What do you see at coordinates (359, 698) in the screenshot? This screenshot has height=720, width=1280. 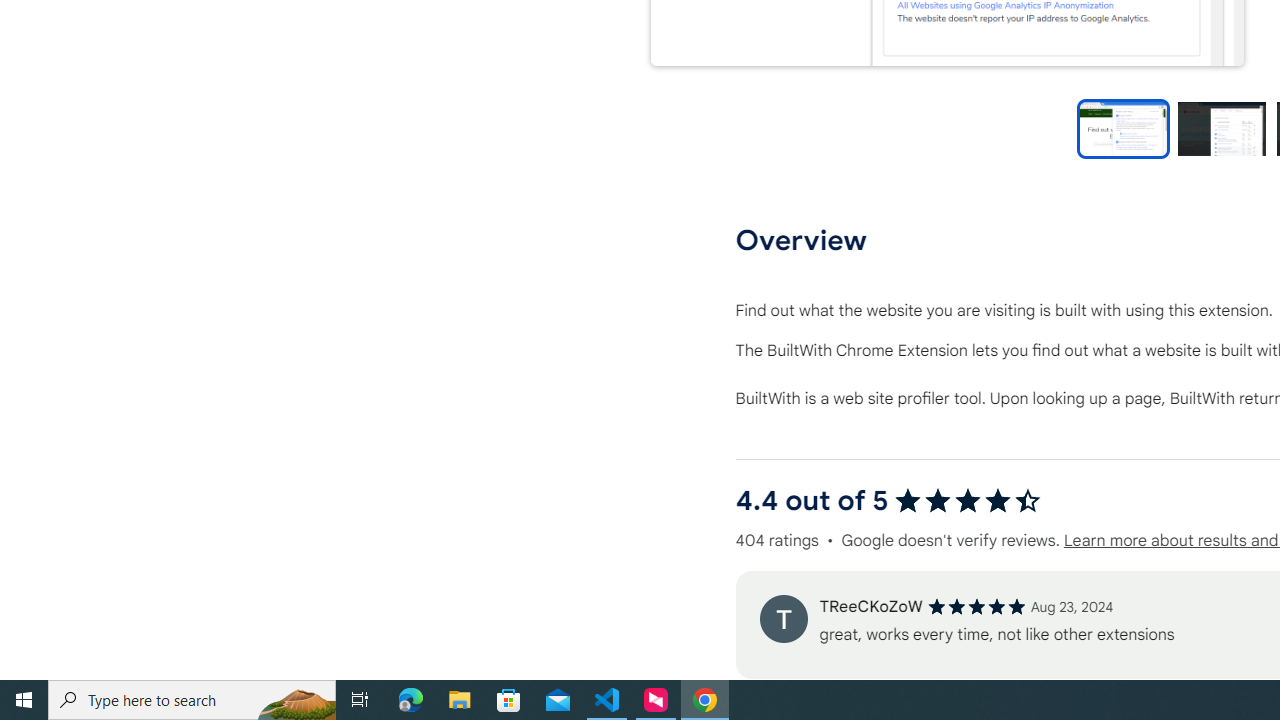 I see `'Task View'` at bounding box center [359, 698].